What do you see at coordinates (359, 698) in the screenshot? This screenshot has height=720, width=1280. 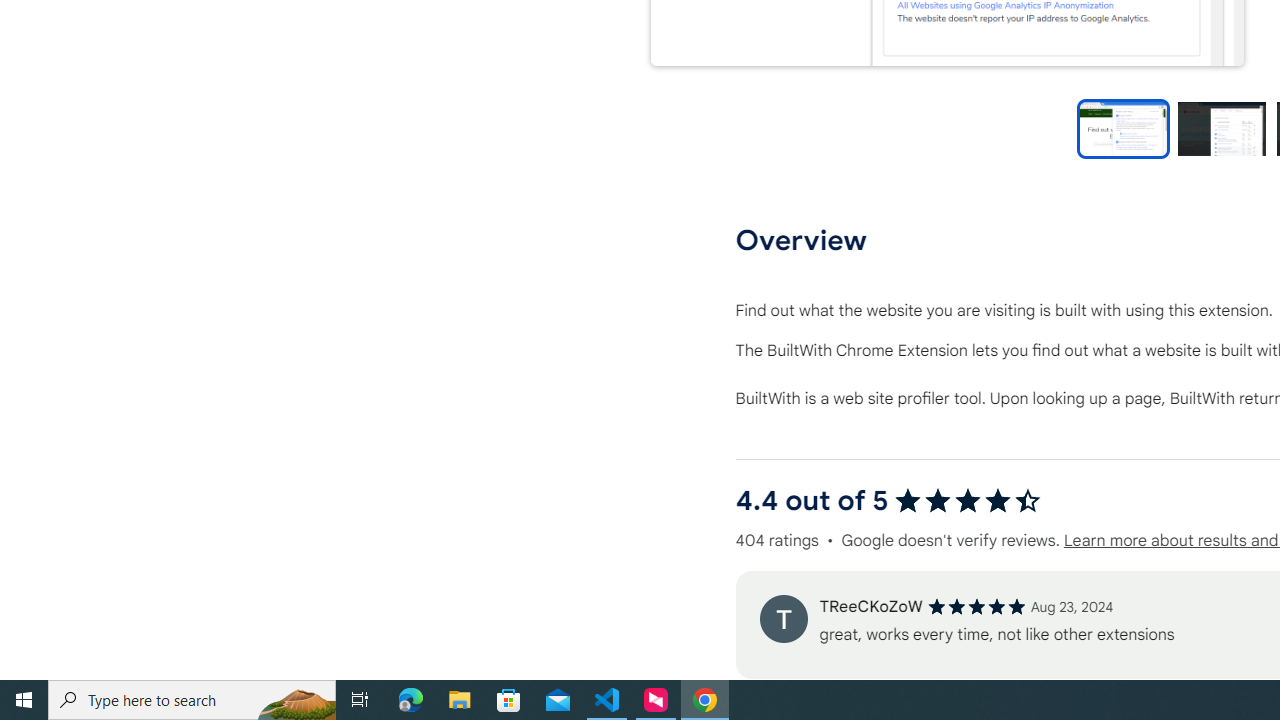 I see `'Task View'` at bounding box center [359, 698].